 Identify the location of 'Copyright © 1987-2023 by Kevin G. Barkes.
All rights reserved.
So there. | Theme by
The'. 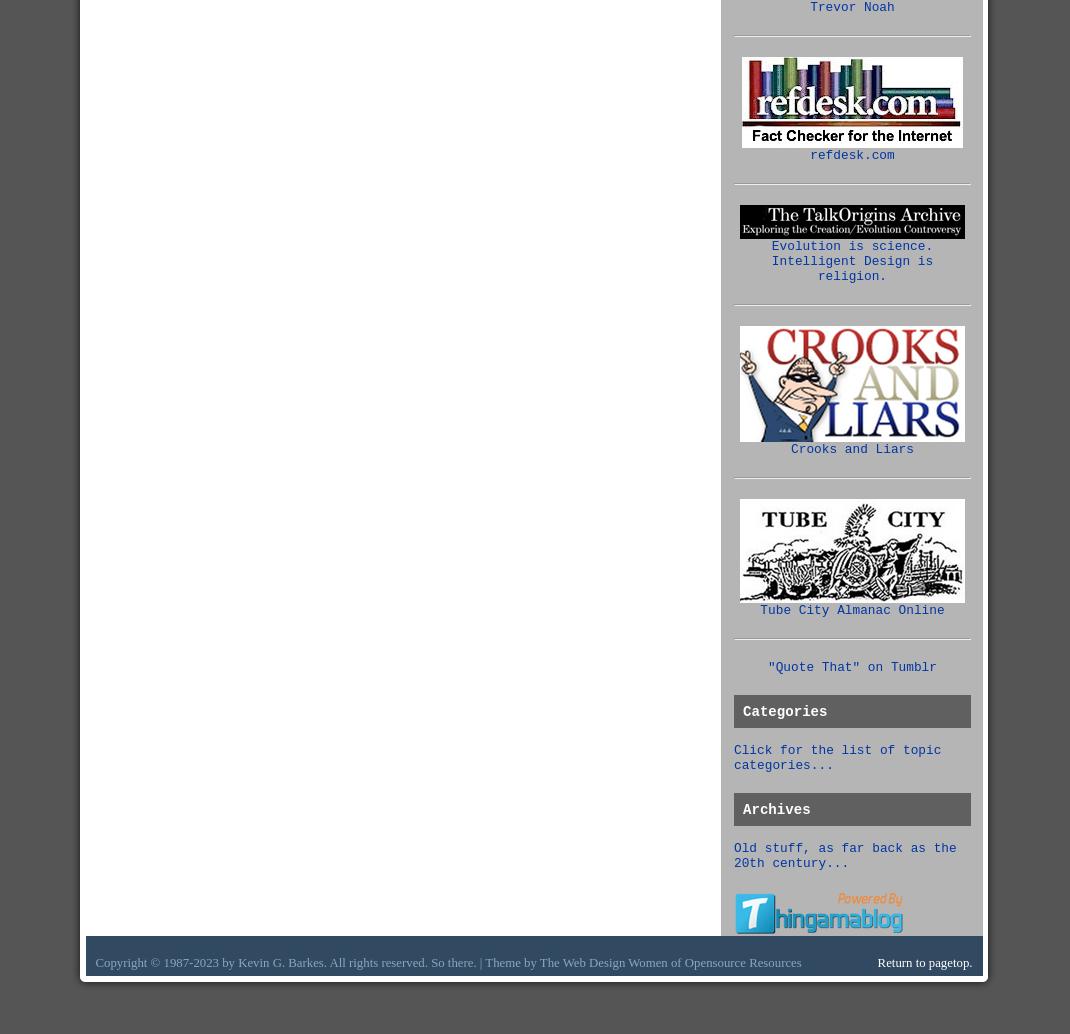
(328, 961).